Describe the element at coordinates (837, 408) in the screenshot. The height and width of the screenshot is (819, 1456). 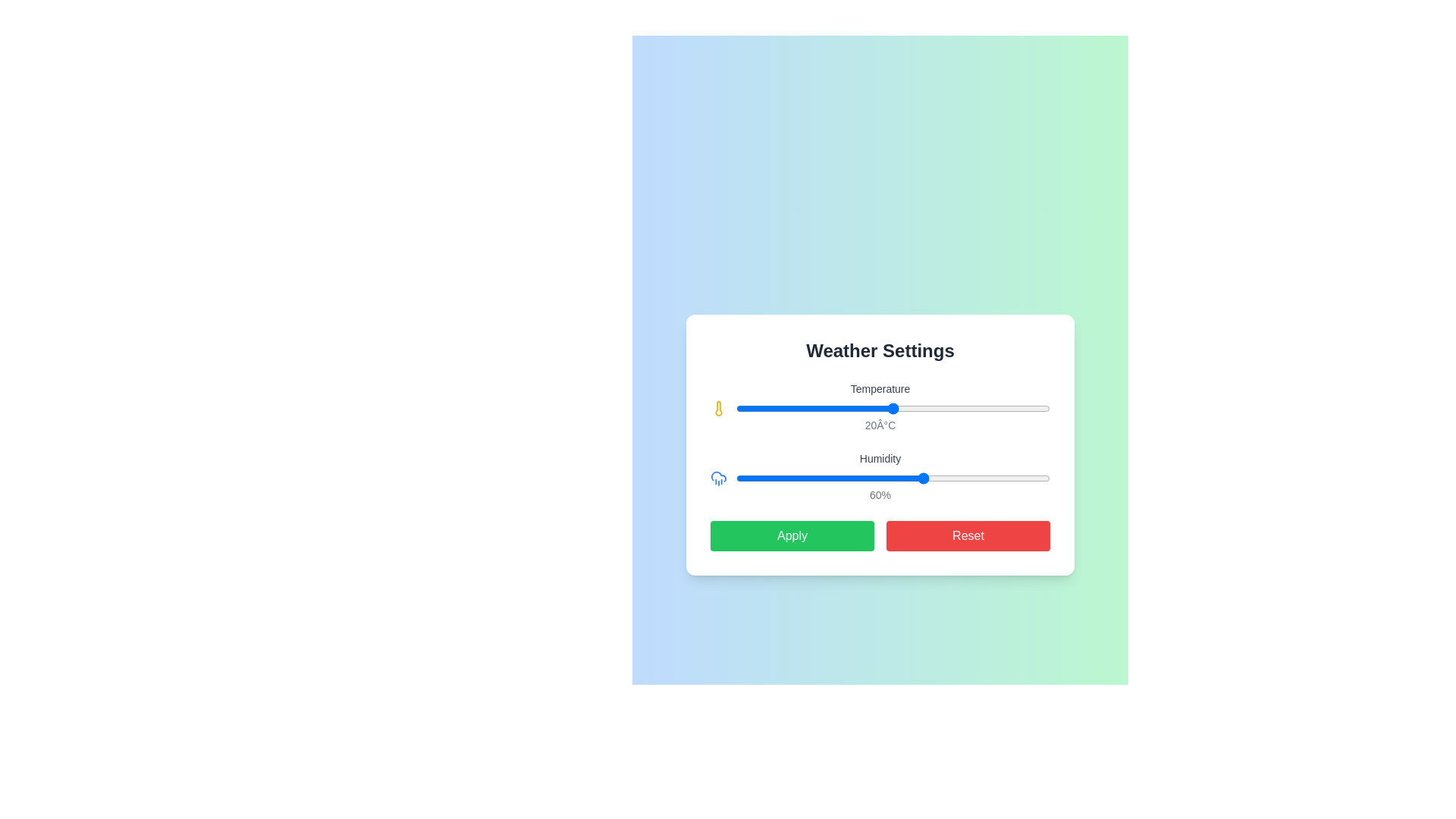
I see `the temperature slider` at that location.